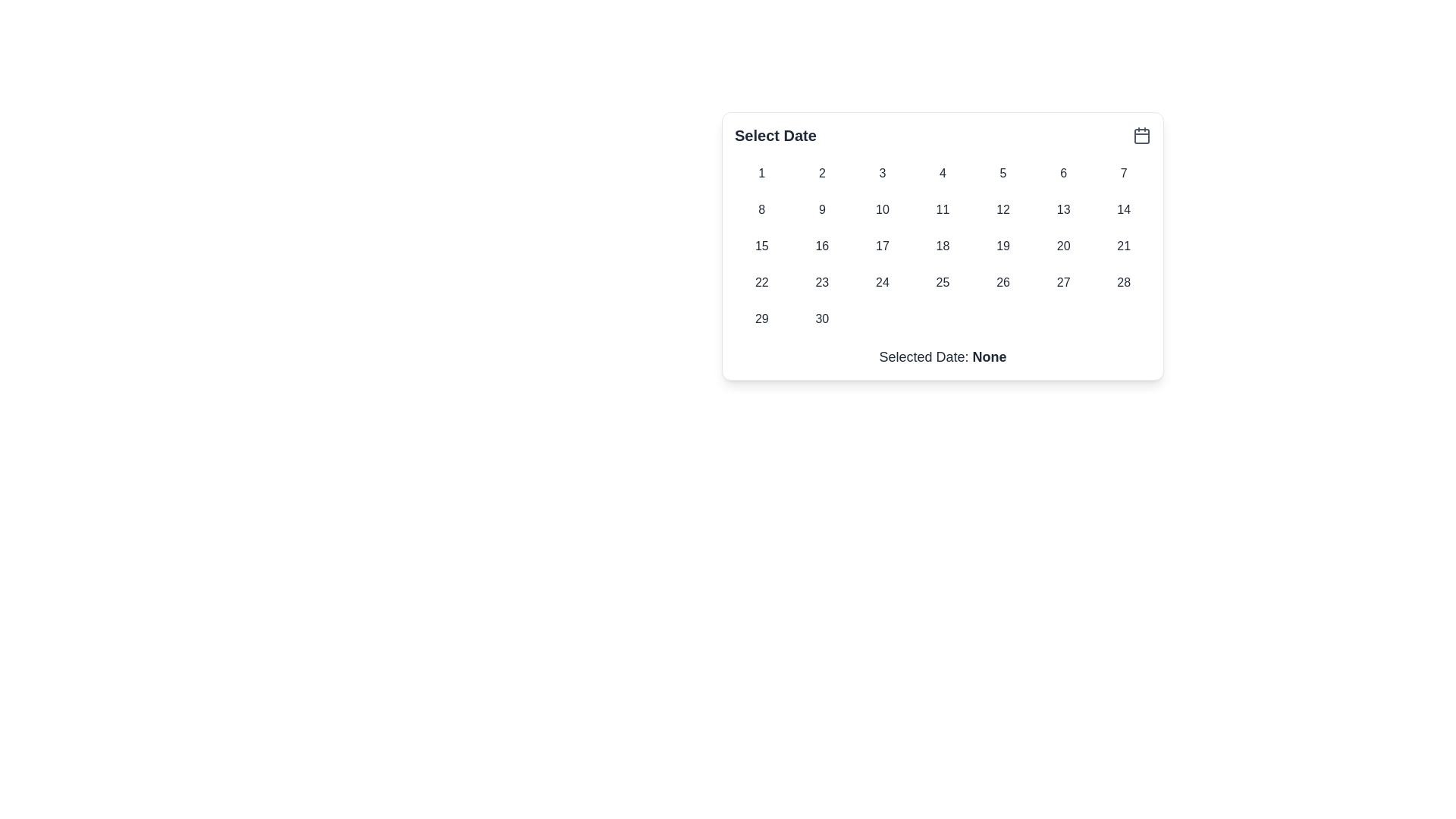 The height and width of the screenshot is (819, 1456). Describe the element at coordinates (1142, 136) in the screenshot. I see `the central area of the calendar icon located in the upper-right corner of the date picker panel` at that location.